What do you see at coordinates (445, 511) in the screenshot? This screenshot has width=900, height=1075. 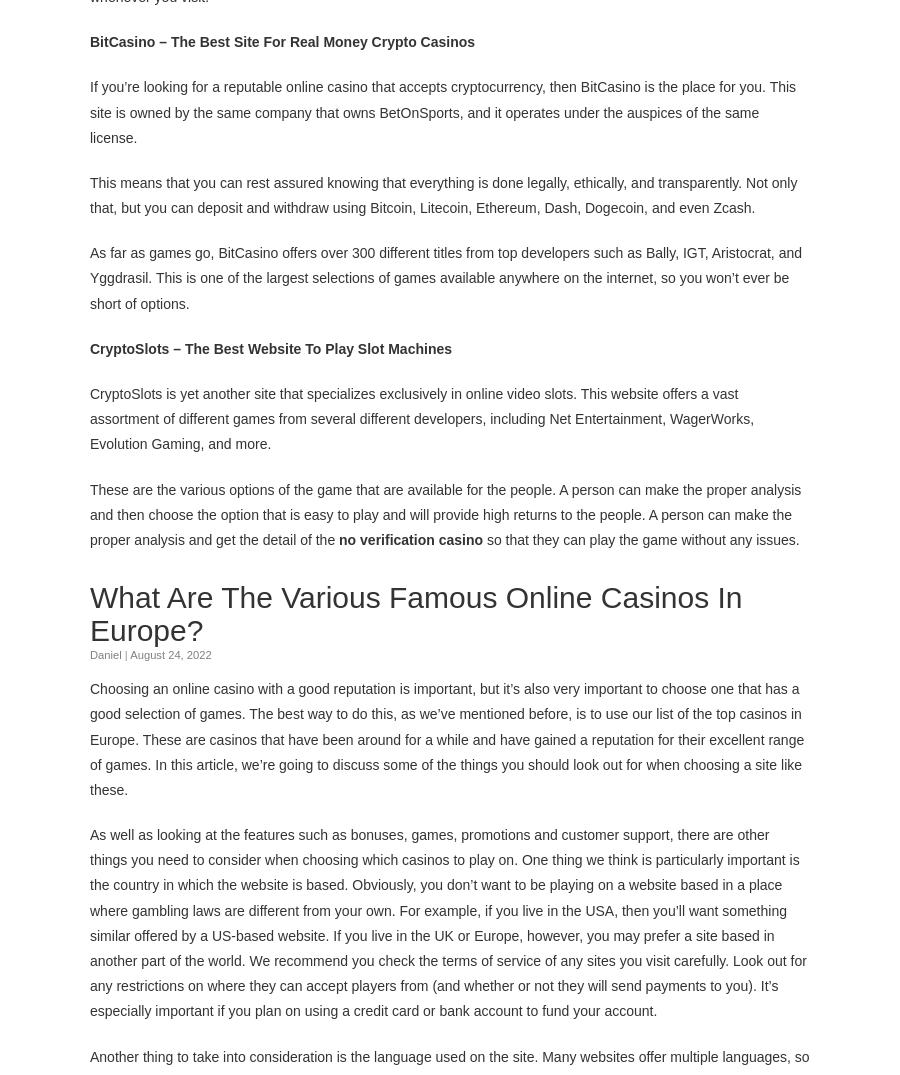 I see `'These are the various options of the game that are available for the people. A person can make the proper analysis and then choose the option that is easy to play and will provide high returns to the people. A person can make the proper analysis and get the detail of the'` at bounding box center [445, 511].